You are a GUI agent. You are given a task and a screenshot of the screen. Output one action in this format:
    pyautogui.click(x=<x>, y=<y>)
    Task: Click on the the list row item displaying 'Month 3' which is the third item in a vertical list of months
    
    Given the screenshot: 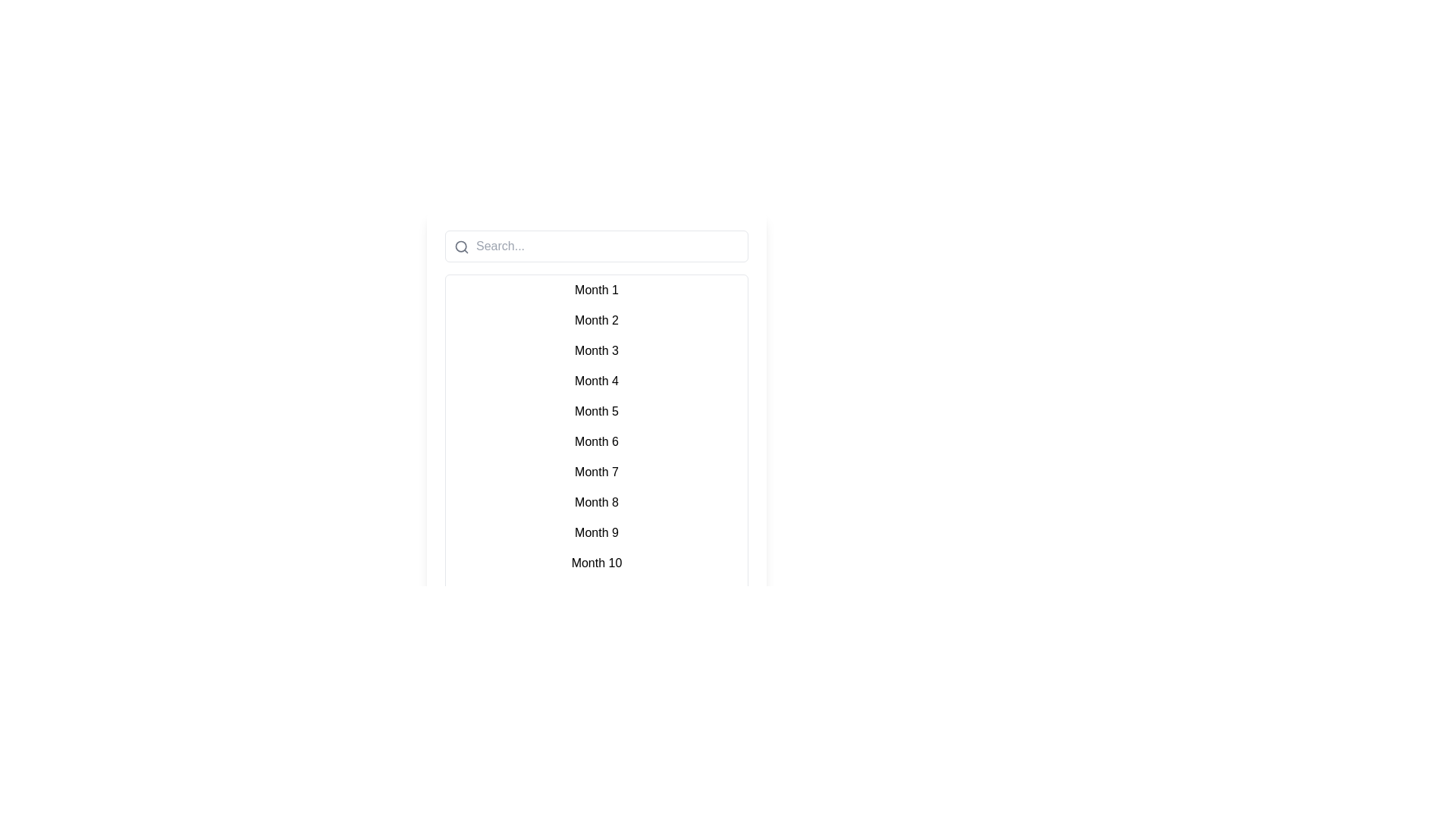 What is the action you would take?
    pyautogui.click(x=596, y=350)
    